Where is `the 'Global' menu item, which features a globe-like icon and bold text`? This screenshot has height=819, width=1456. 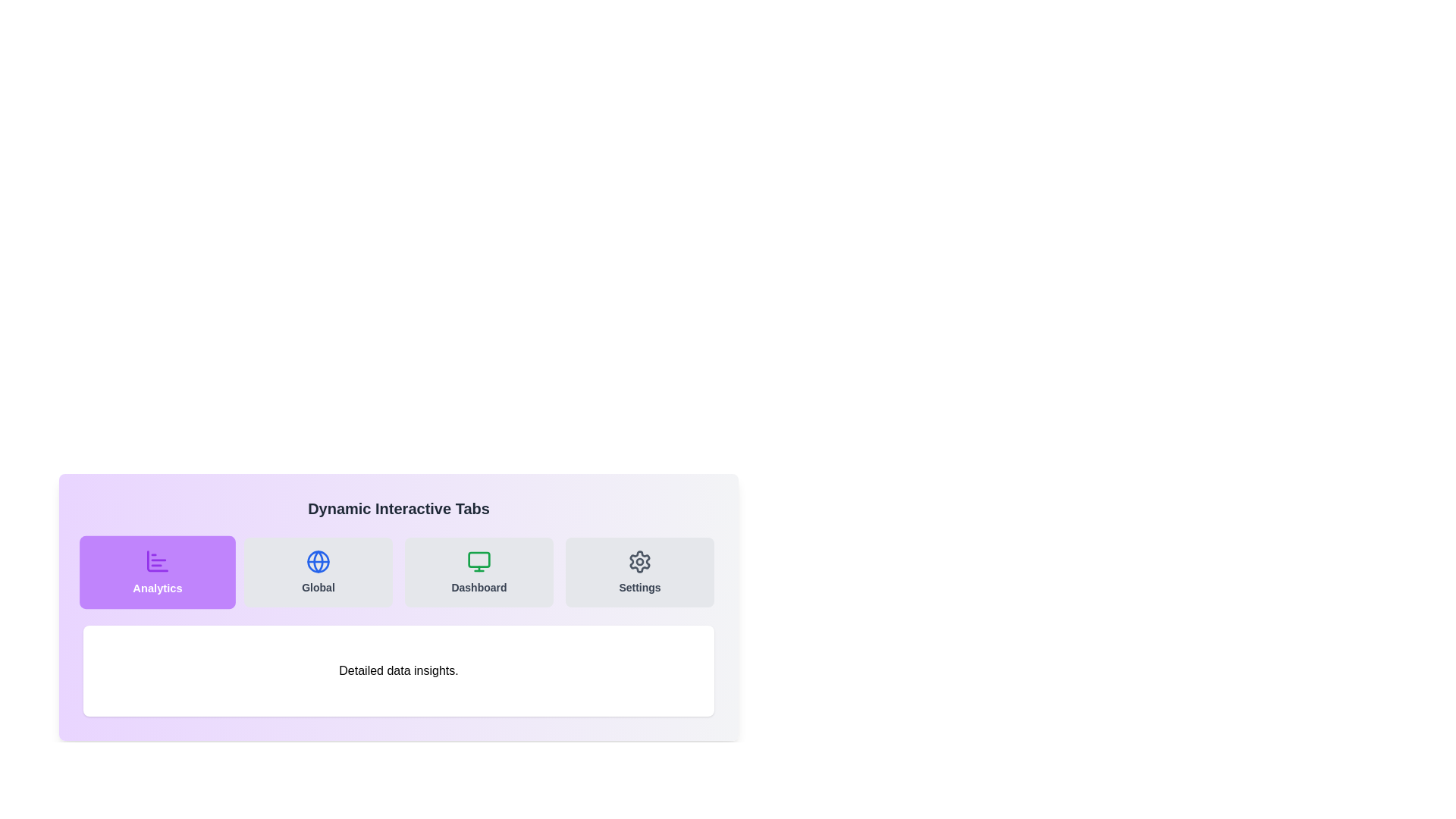
the 'Global' menu item, which features a globe-like icon and bold text is located at coordinates (318, 573).